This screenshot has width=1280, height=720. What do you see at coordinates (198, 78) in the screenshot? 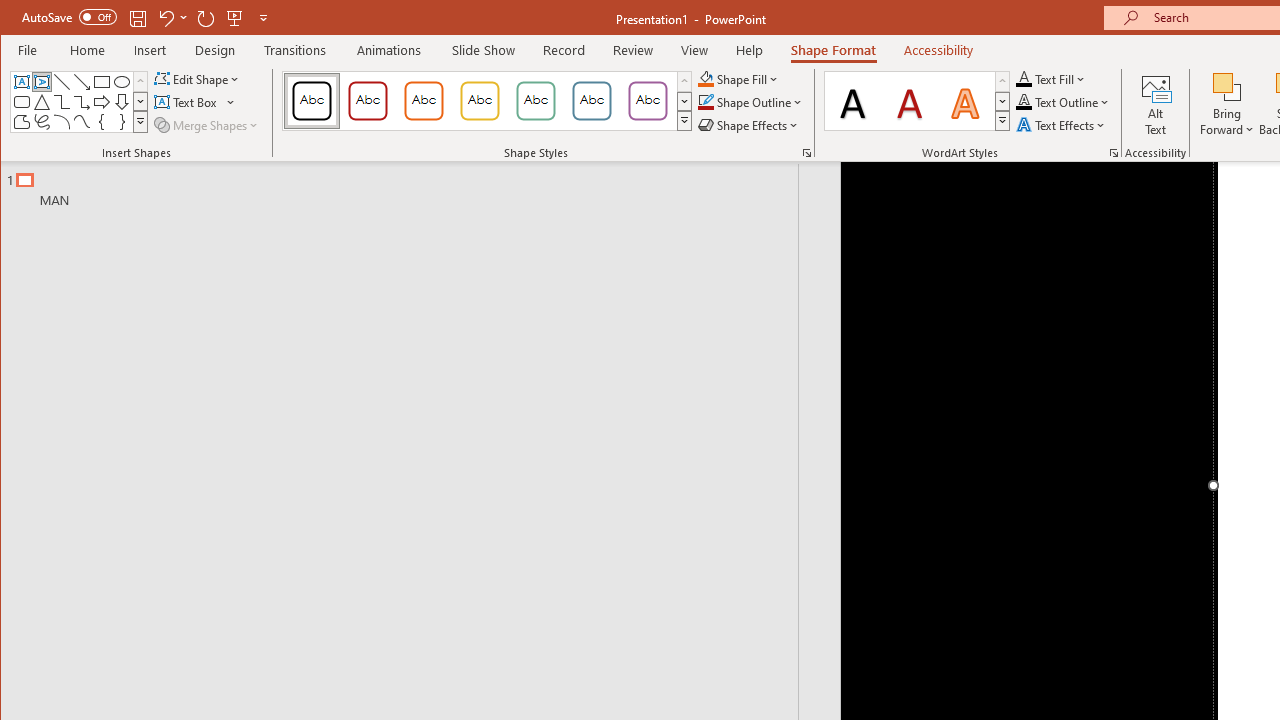
I see `'Edit Shape'` at bounding box center [198, 78].